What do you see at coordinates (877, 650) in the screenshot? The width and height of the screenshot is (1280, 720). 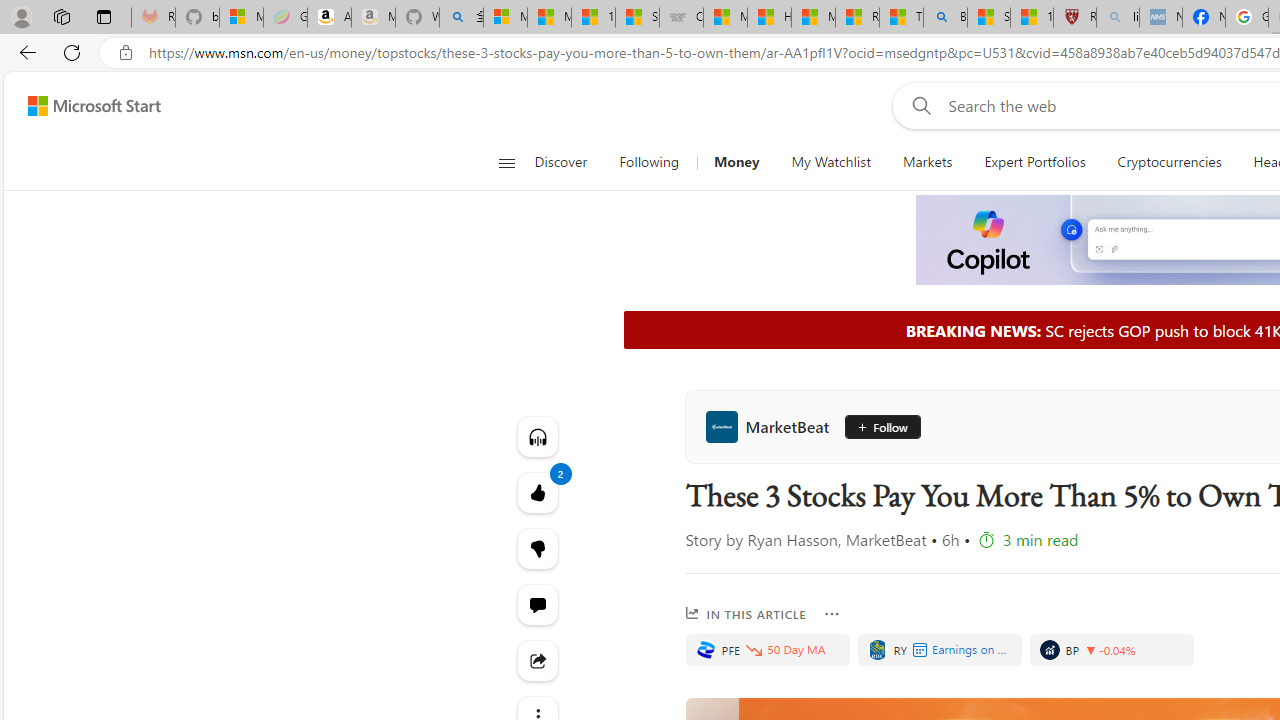 I see `'ROYAL BANK OF CANADA'` at bounding box center [877, 650].